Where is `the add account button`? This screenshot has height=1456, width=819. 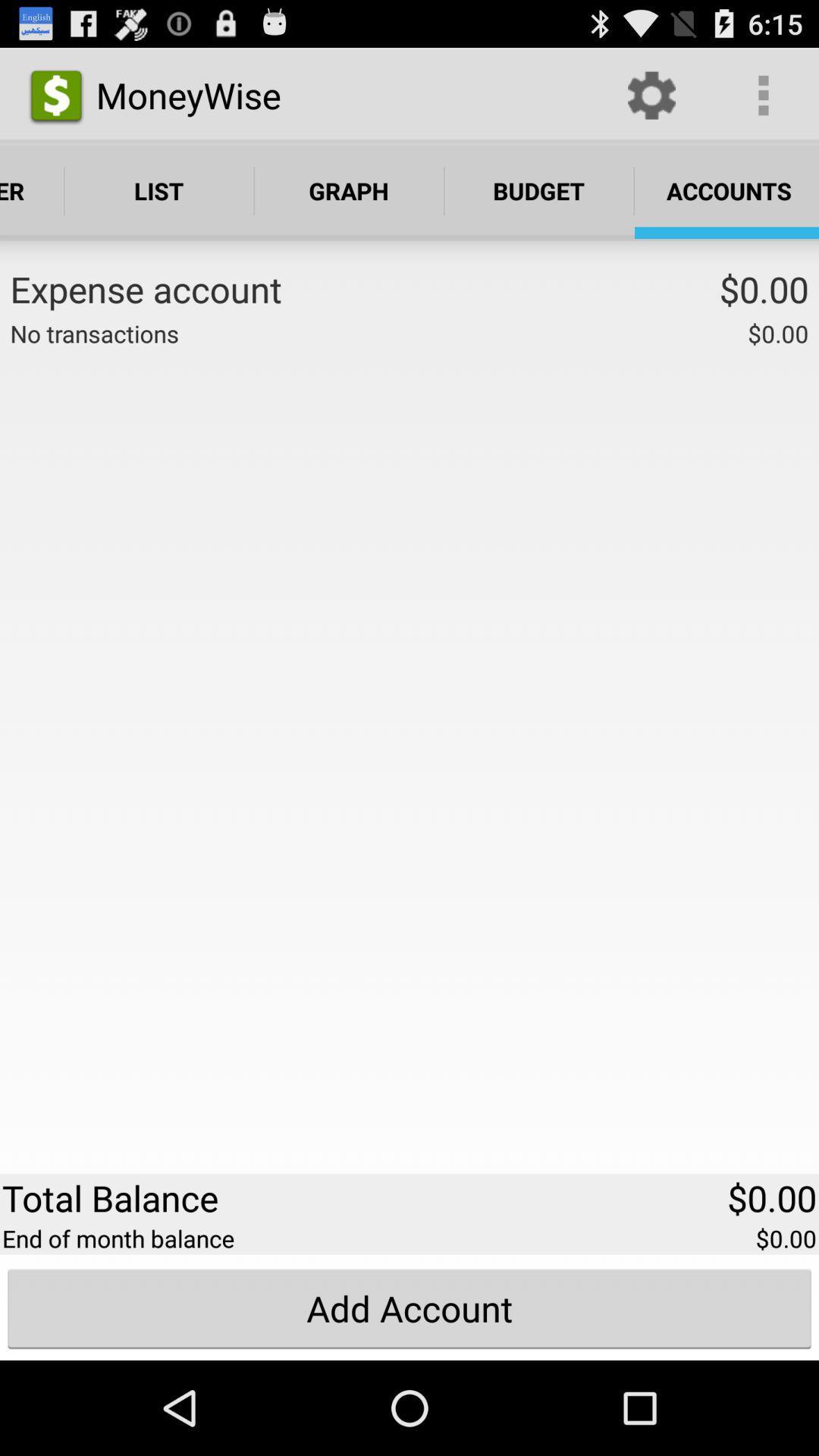
the add account button is located at coordinates (409, 1307).